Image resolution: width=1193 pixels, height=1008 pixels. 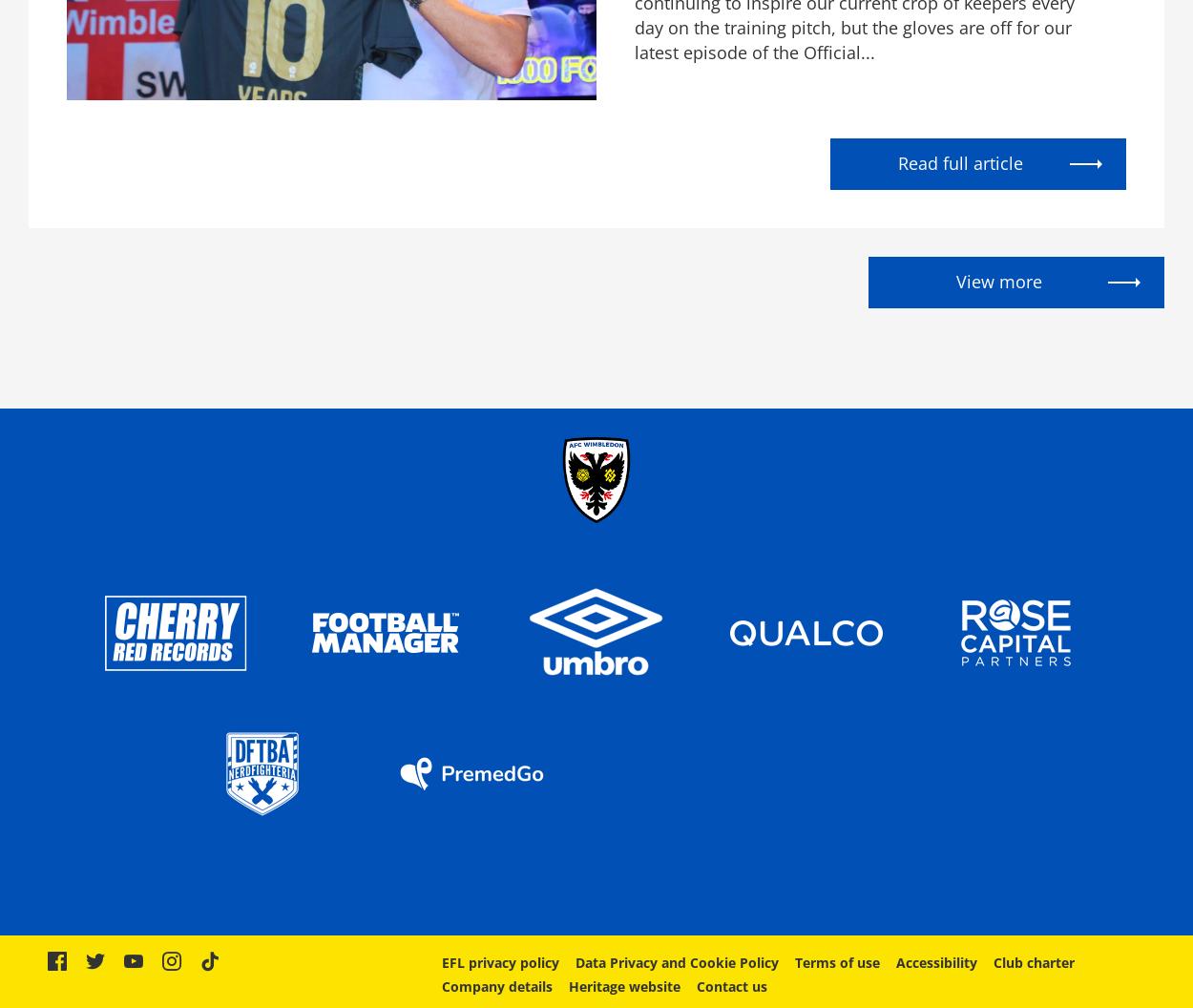 What do you see at coordinates (934, 960) in the screenshot?
I see `'Accessibility'` at bounding box center [934, 960].